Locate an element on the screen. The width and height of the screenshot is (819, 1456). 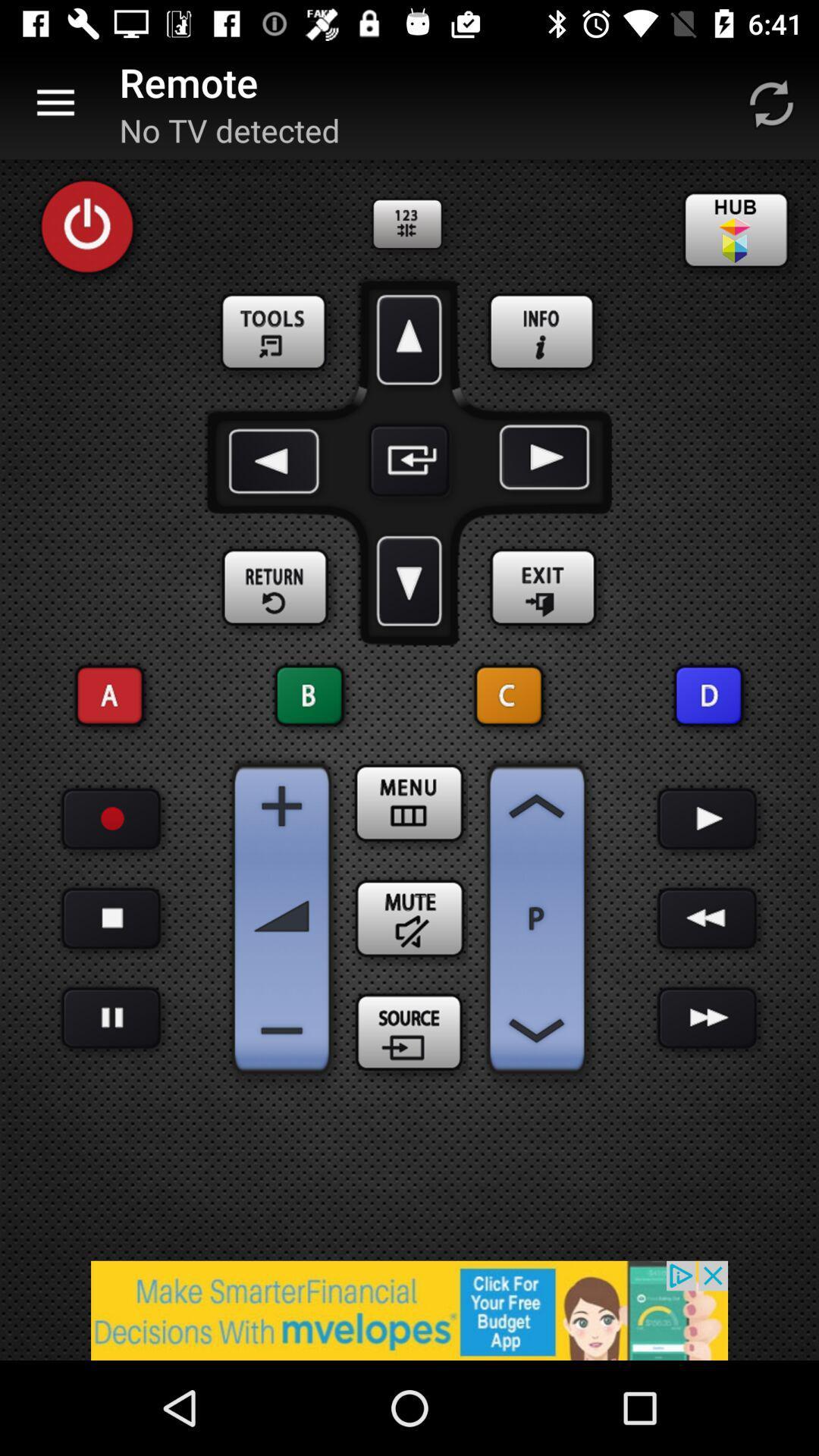
mute option is located at coordinates (409, 918).